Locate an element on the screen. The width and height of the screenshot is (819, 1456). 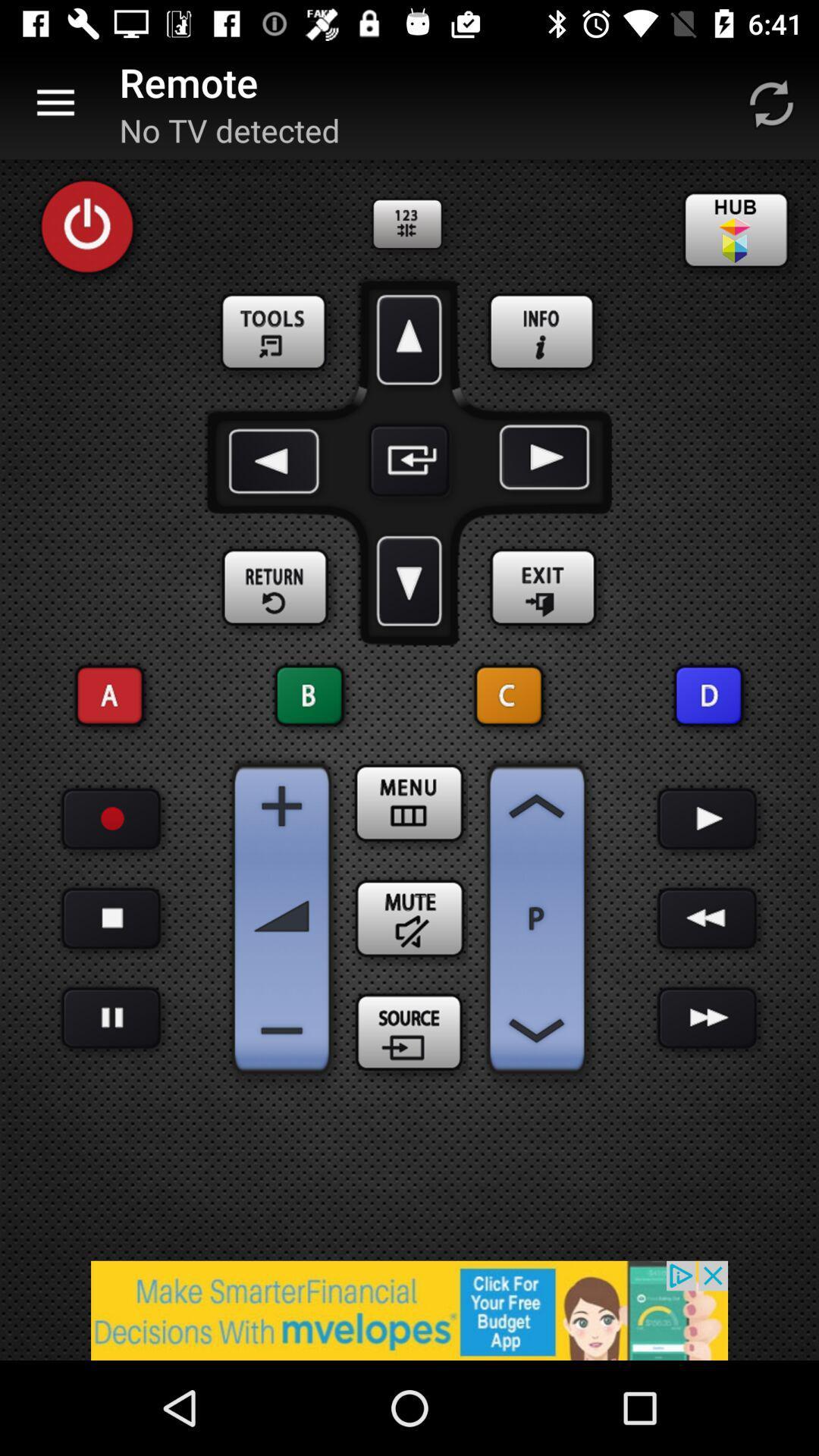
mute option is located at coordinates (409, 918).